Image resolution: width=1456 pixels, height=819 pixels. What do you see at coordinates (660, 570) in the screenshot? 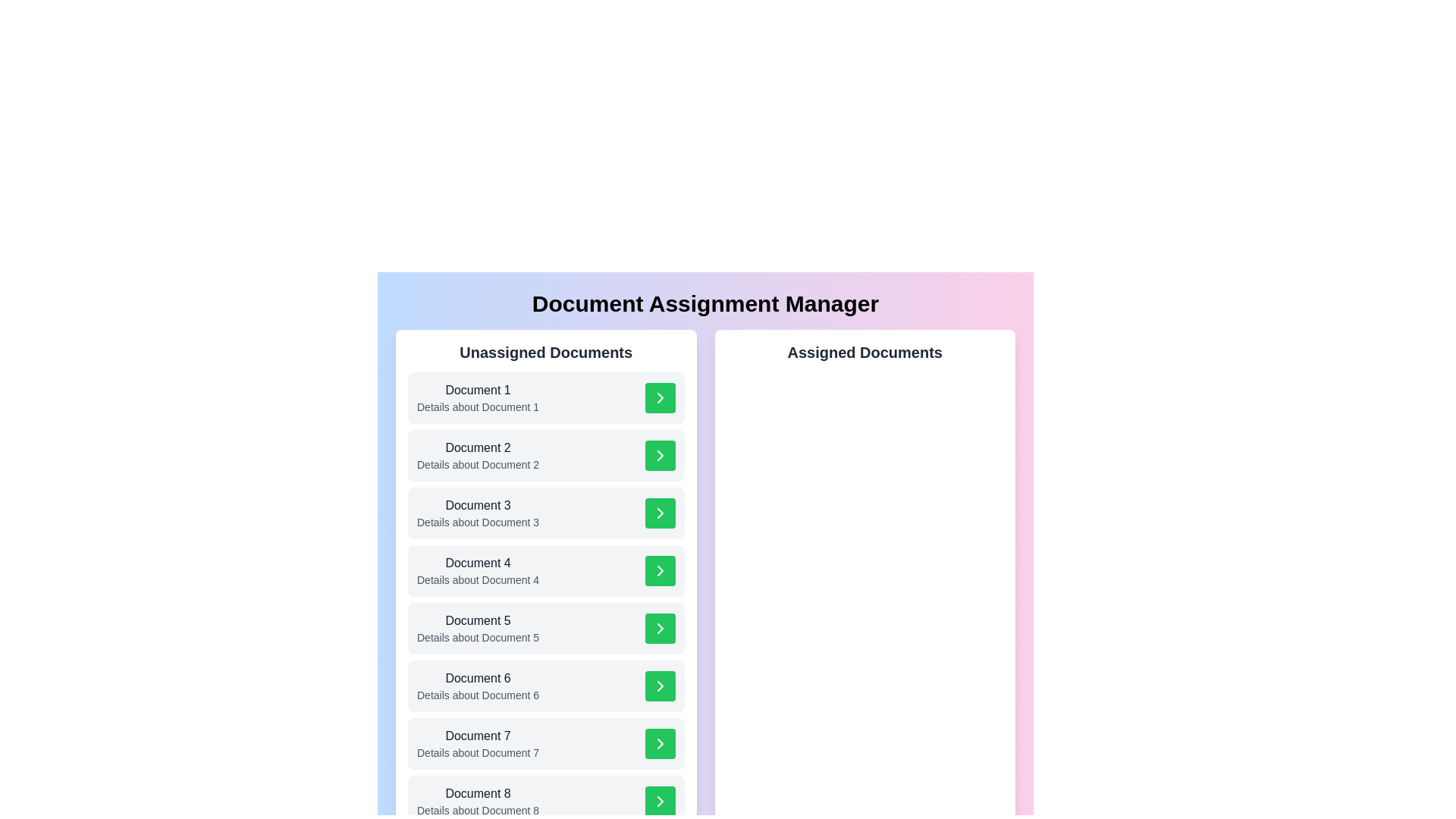
I see `the rightward chevron icon located at the far-right side of the fourth item in the 'Unassigned Documents' list` at bounding box center [660, 570].